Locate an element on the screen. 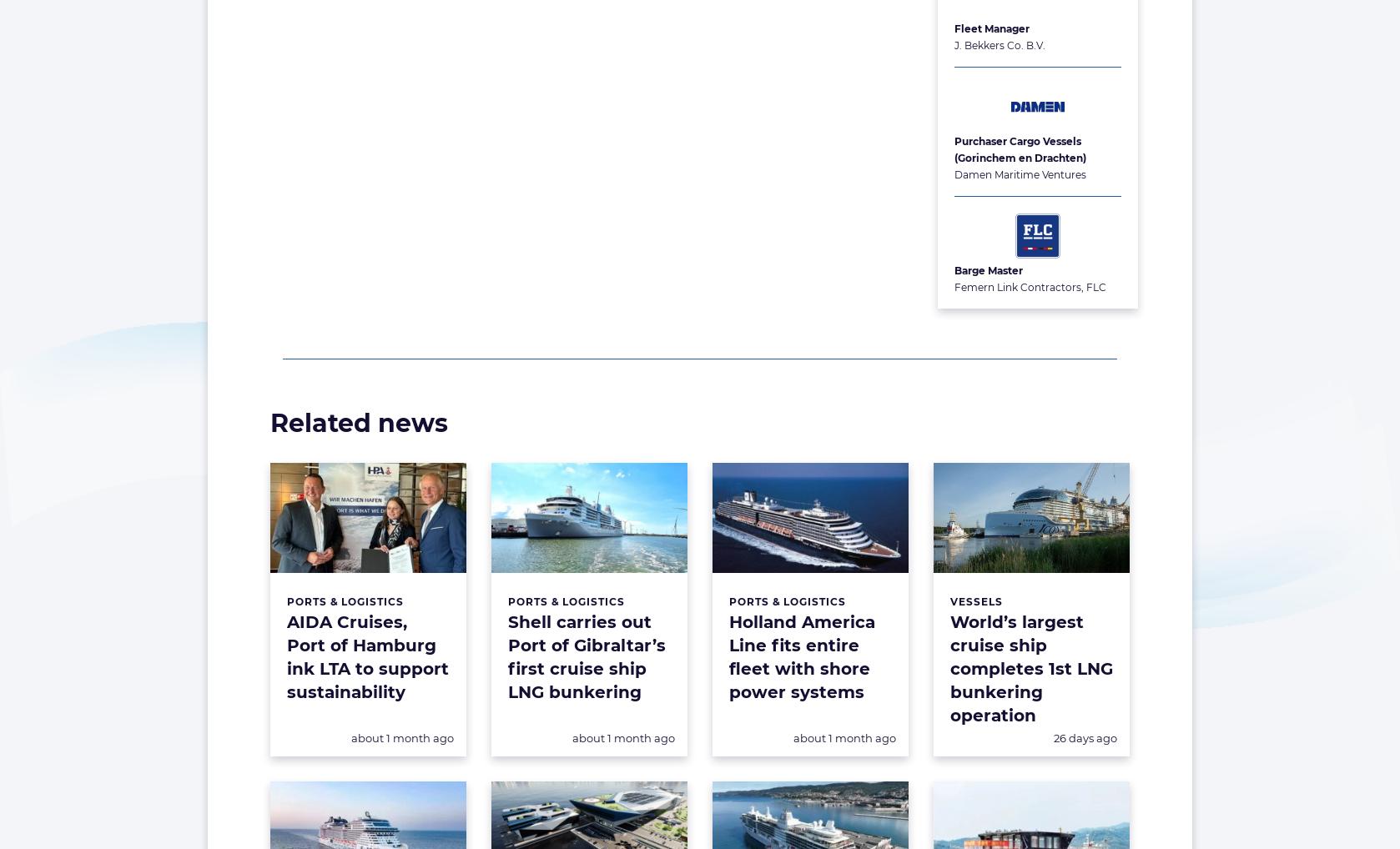 Image resolution: width=1400 pixels, height=849 pixels. 'AIDA Cruises, Port of Hamburg ink LTA to support sustainability' is located at coordinates (366, 657).